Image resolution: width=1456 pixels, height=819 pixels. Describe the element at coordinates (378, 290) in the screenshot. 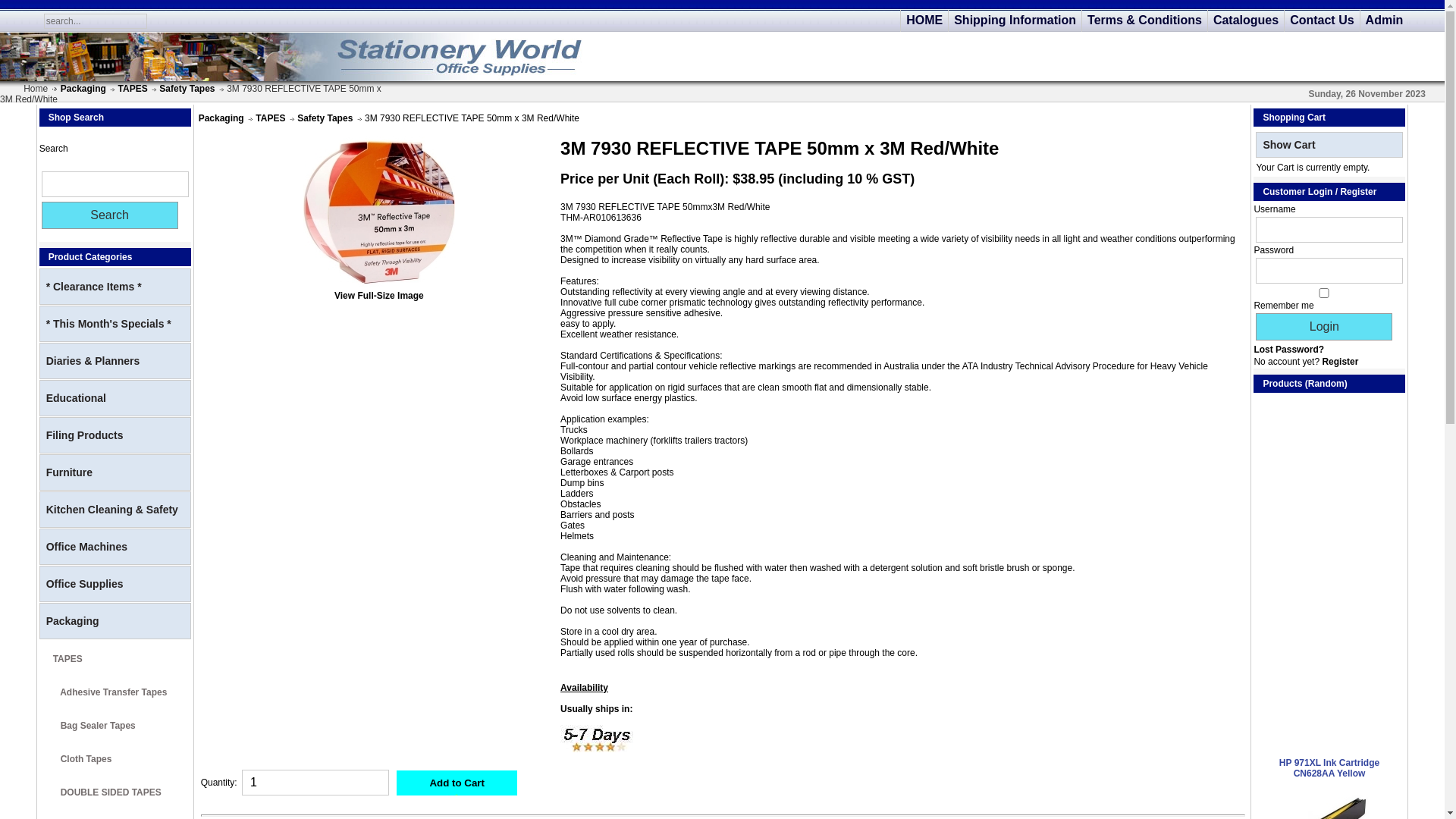

I see `'View Full-Size Image'` at that location.